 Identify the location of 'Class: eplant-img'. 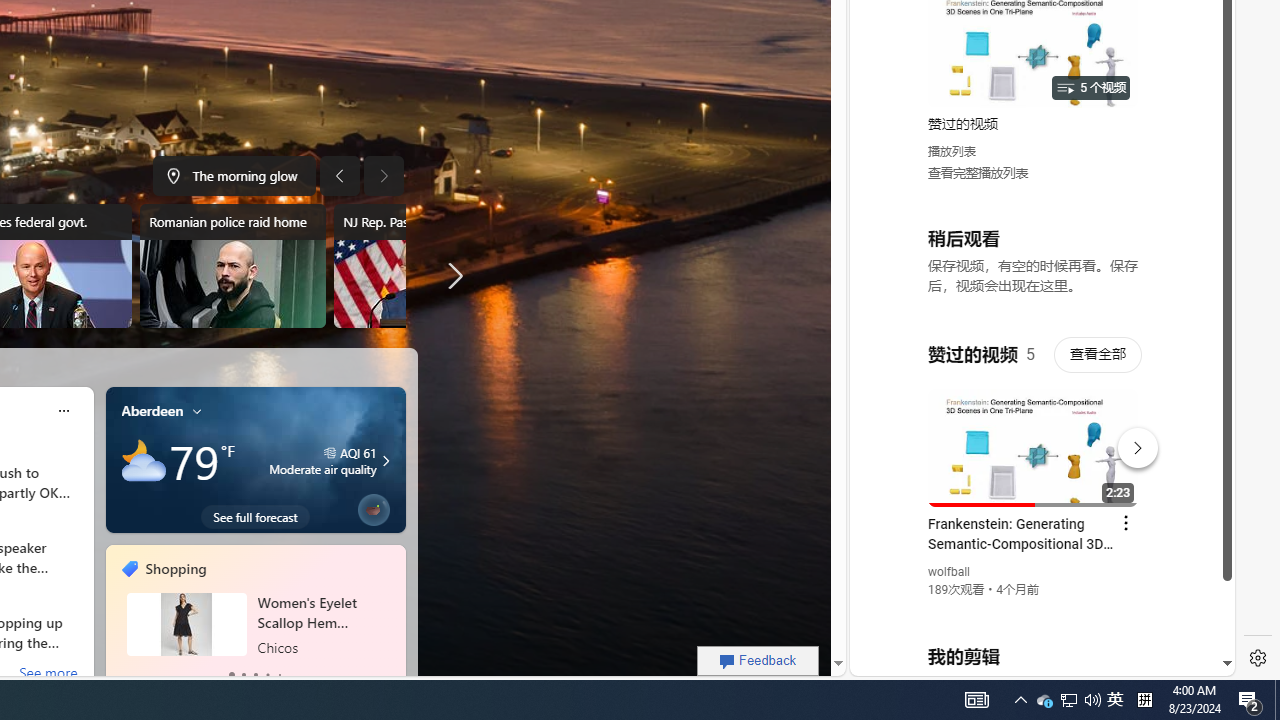
(373, 505).